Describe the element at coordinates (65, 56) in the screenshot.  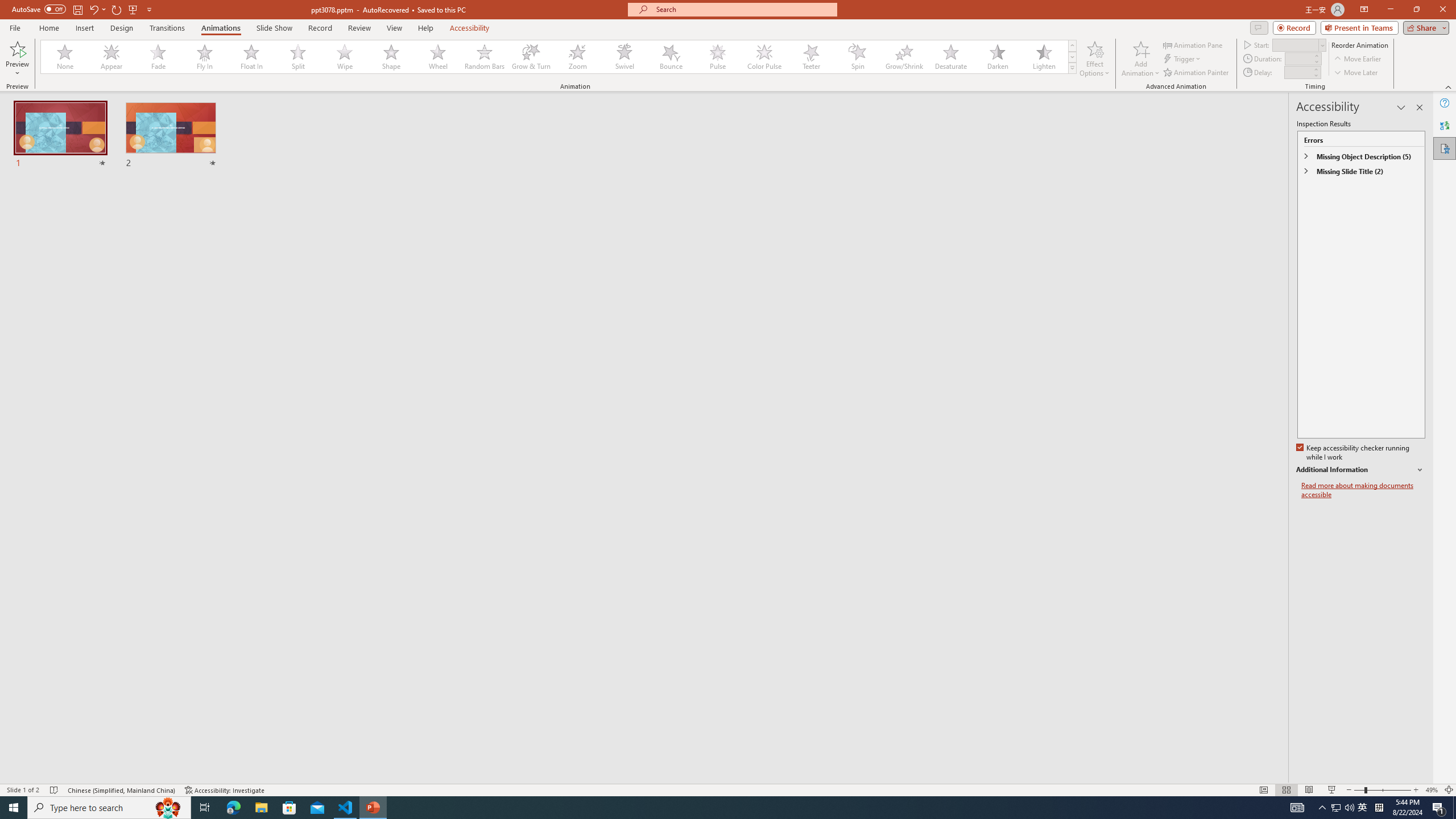
I see `'None'` at that location.